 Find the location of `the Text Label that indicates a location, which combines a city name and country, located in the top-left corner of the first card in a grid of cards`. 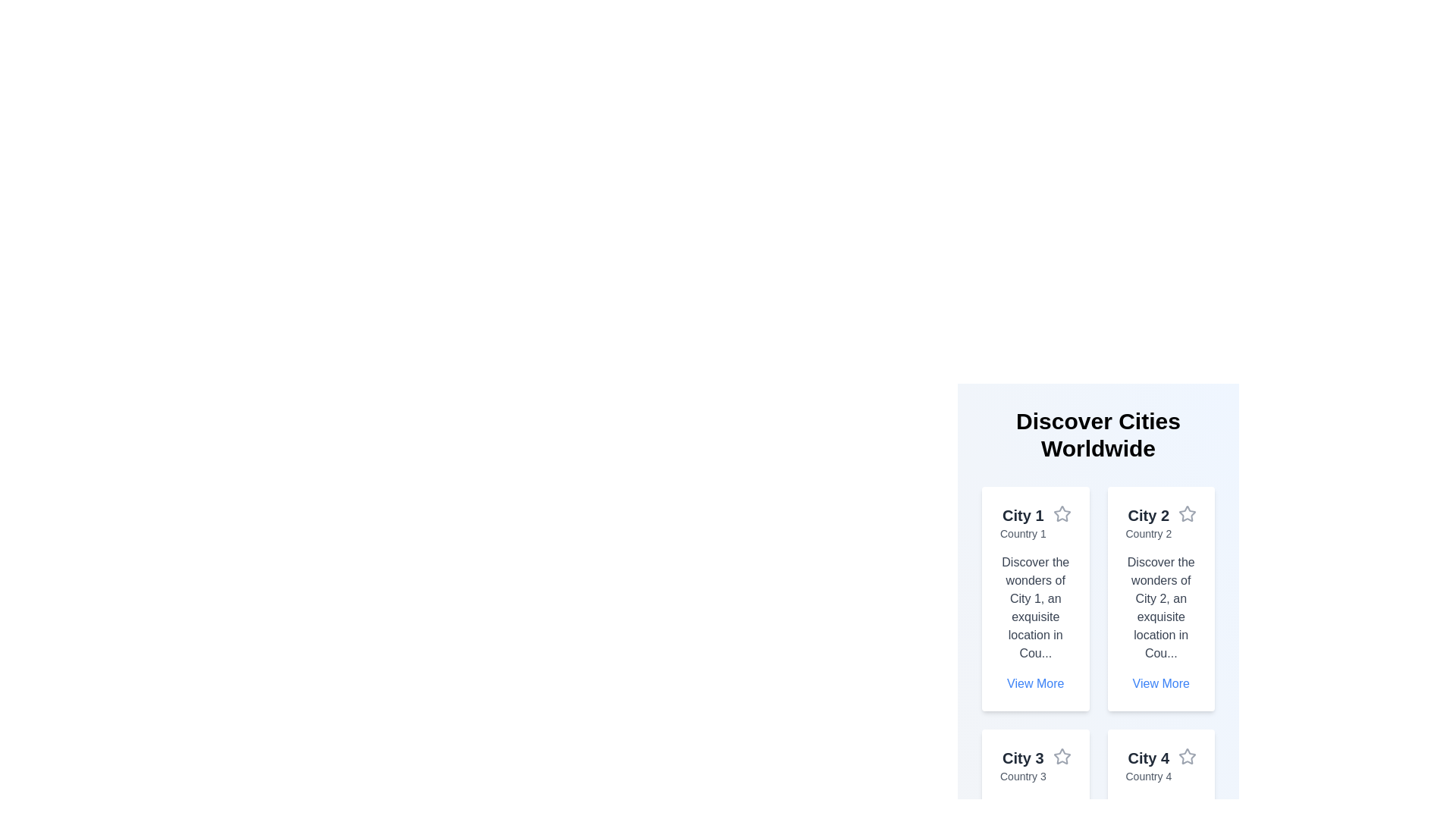

the Text Label that indicates a location, which combines a city name and country, located in the top-left corner of the first card in a grid of cards is located at coordinates (1023, 522).